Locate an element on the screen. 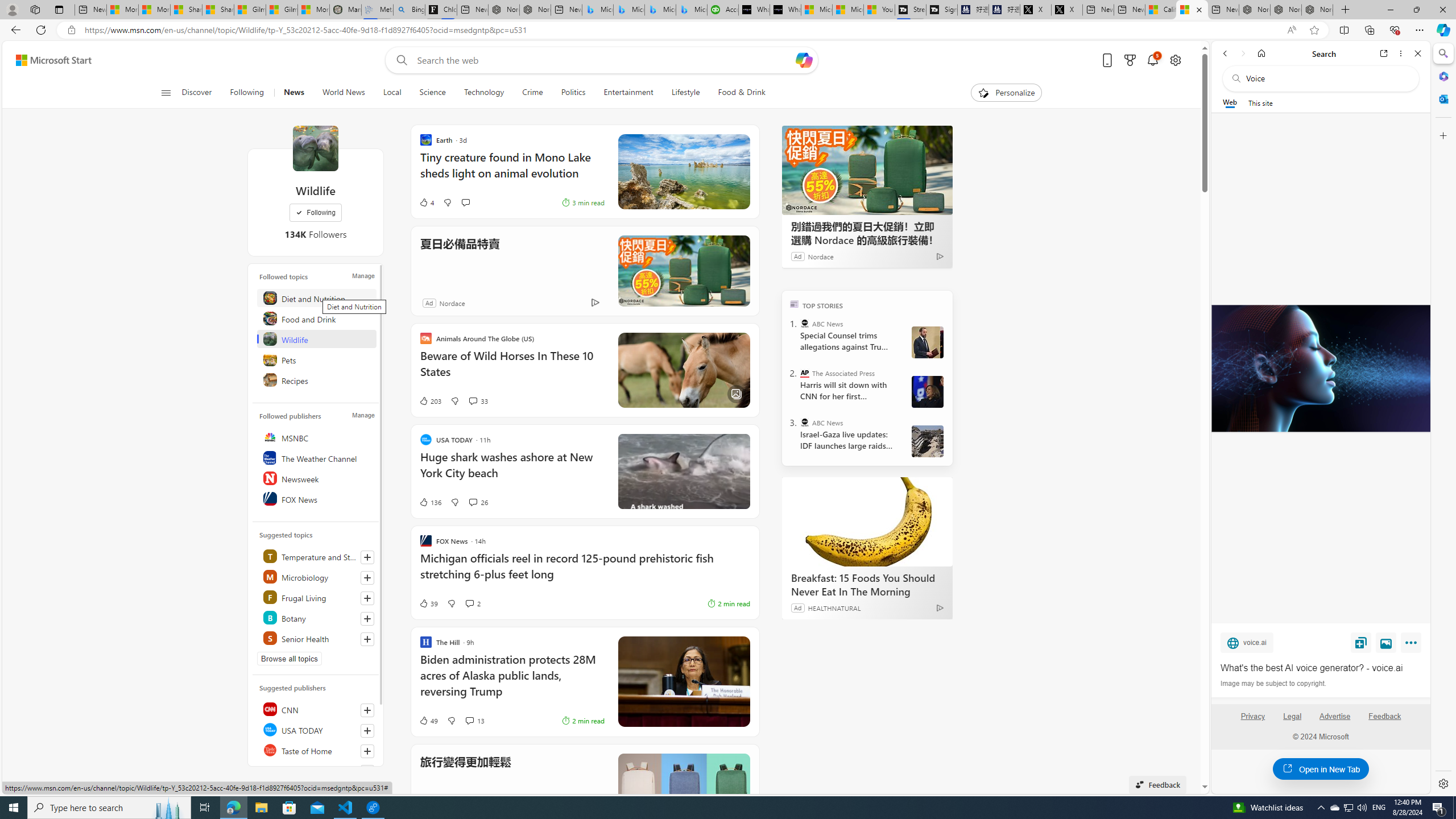  'Open link in new tab' is located at coordinates (1384, 53).